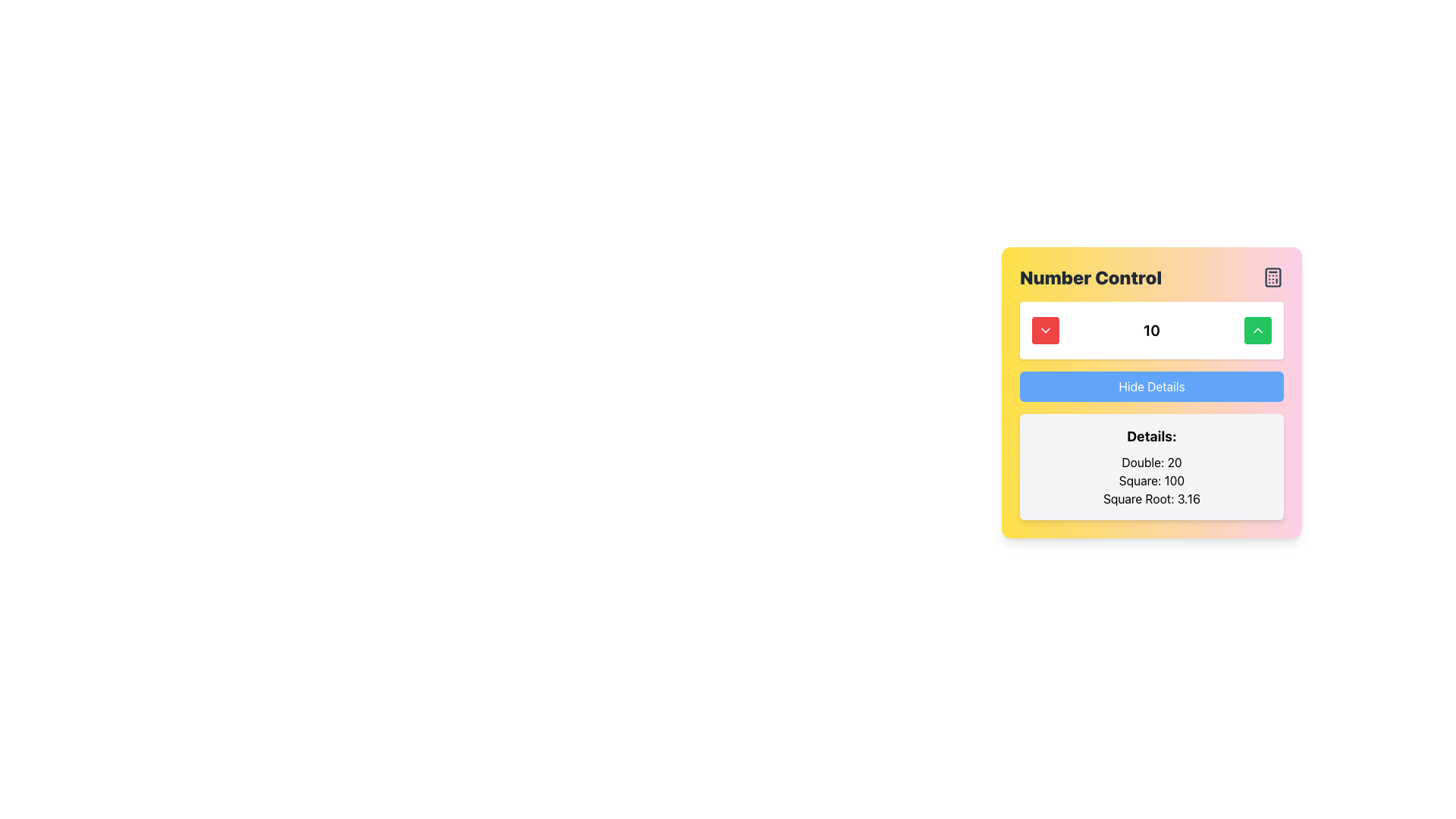 This screenshot has width=1456, height=819. What do you see at coordinates (1151, 329) in the screenshot?
I see `the Text Display element that shows a numerical value, centrally located within the 'Number Control' card, above the 'Hide Details' button` at bounding box center [1151, 329].